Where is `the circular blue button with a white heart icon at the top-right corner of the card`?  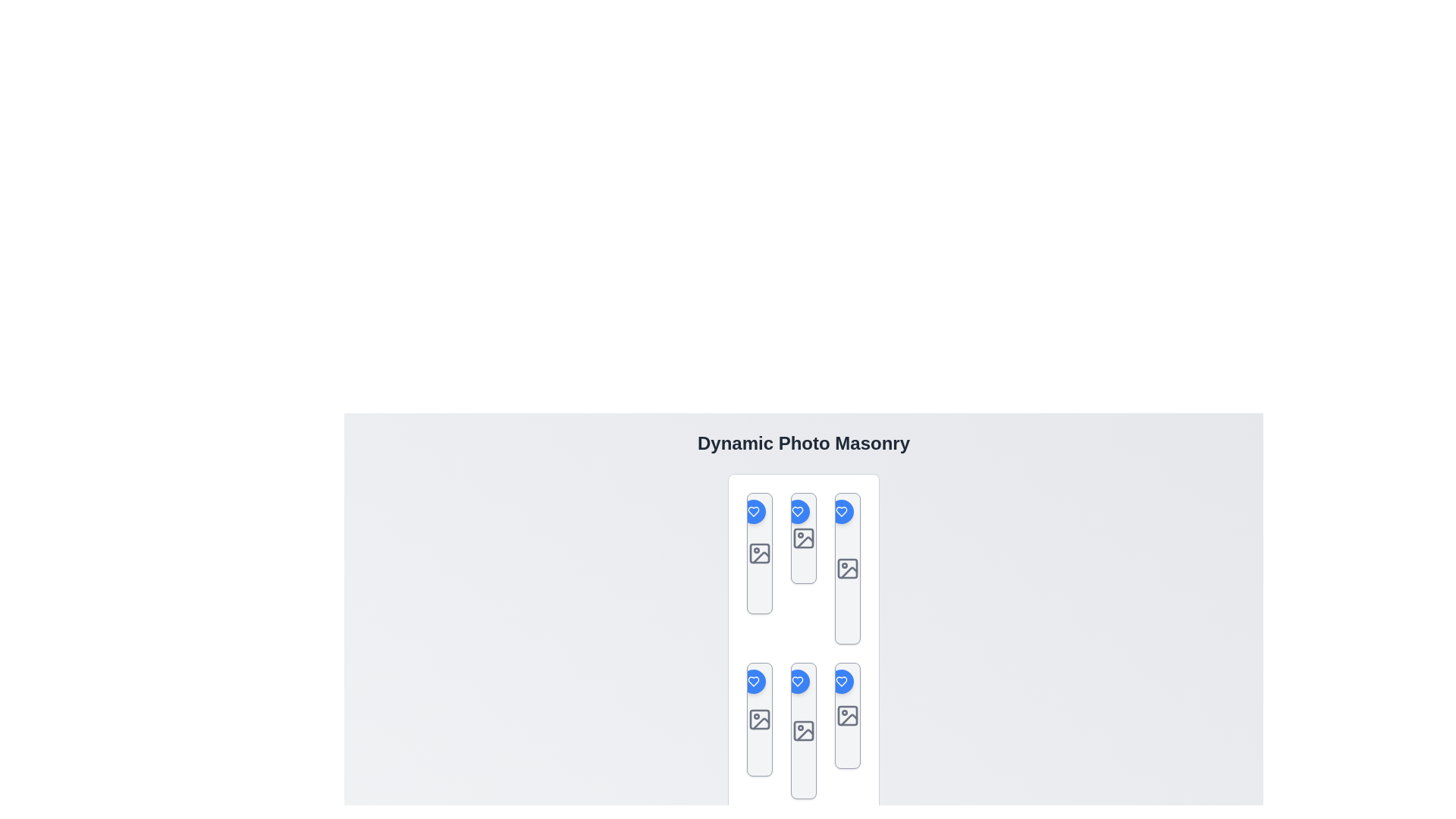
the circular blue button with a white heart icon at the top-right corner of the card is located at coordinates (796, 512).